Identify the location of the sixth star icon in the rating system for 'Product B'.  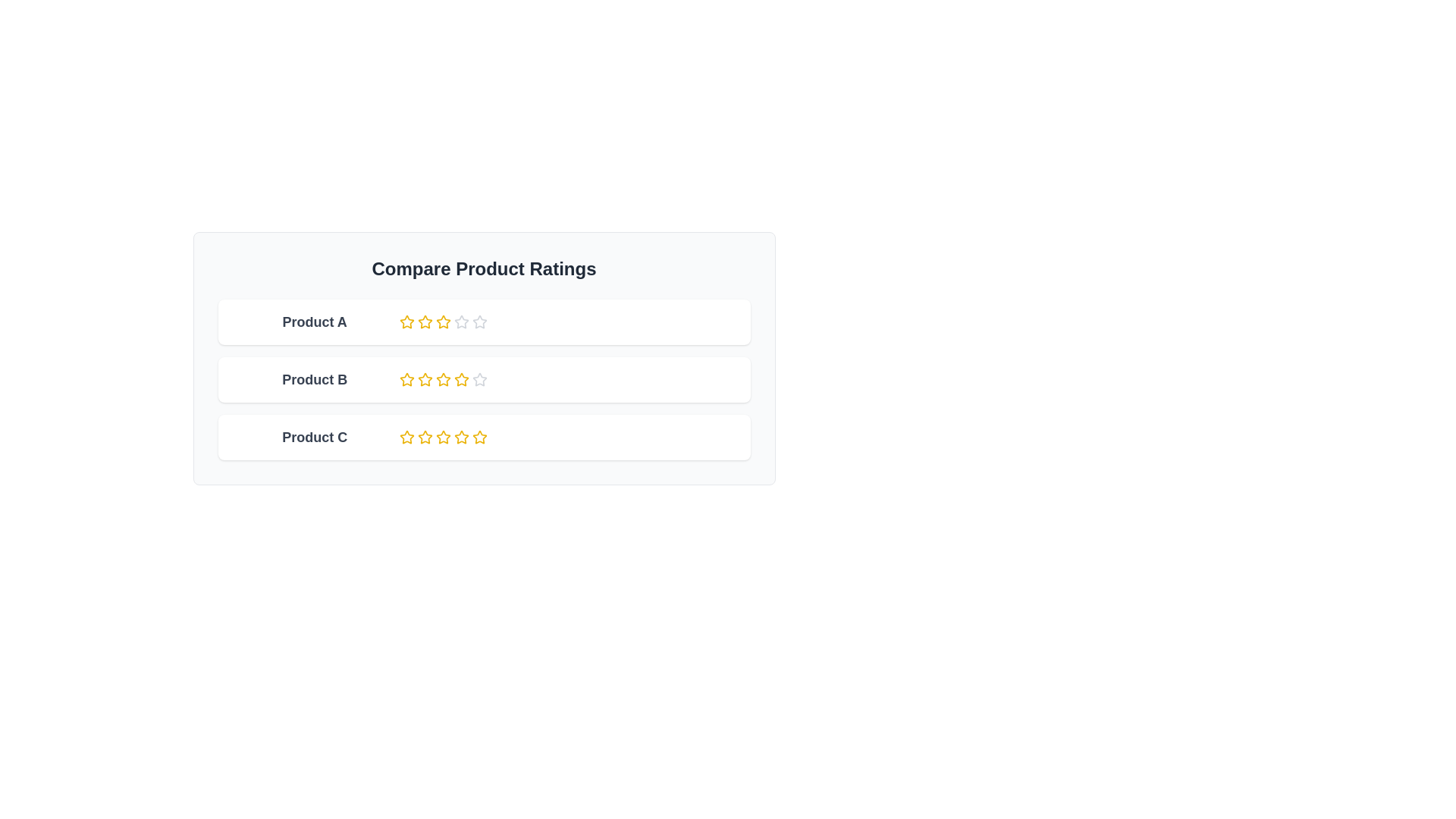
(479, 379).